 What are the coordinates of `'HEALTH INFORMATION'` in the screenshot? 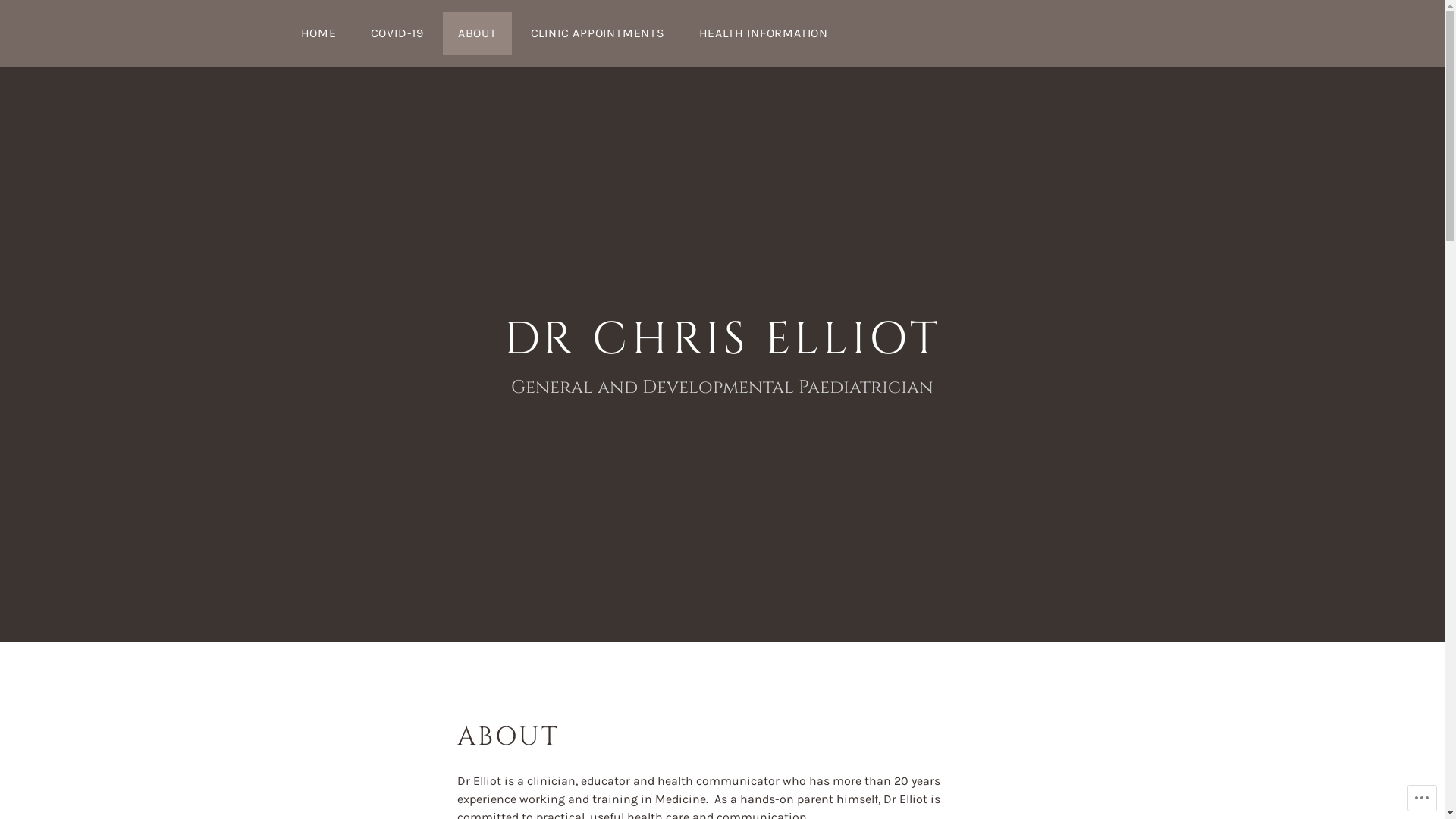 It's located at (764, 33).